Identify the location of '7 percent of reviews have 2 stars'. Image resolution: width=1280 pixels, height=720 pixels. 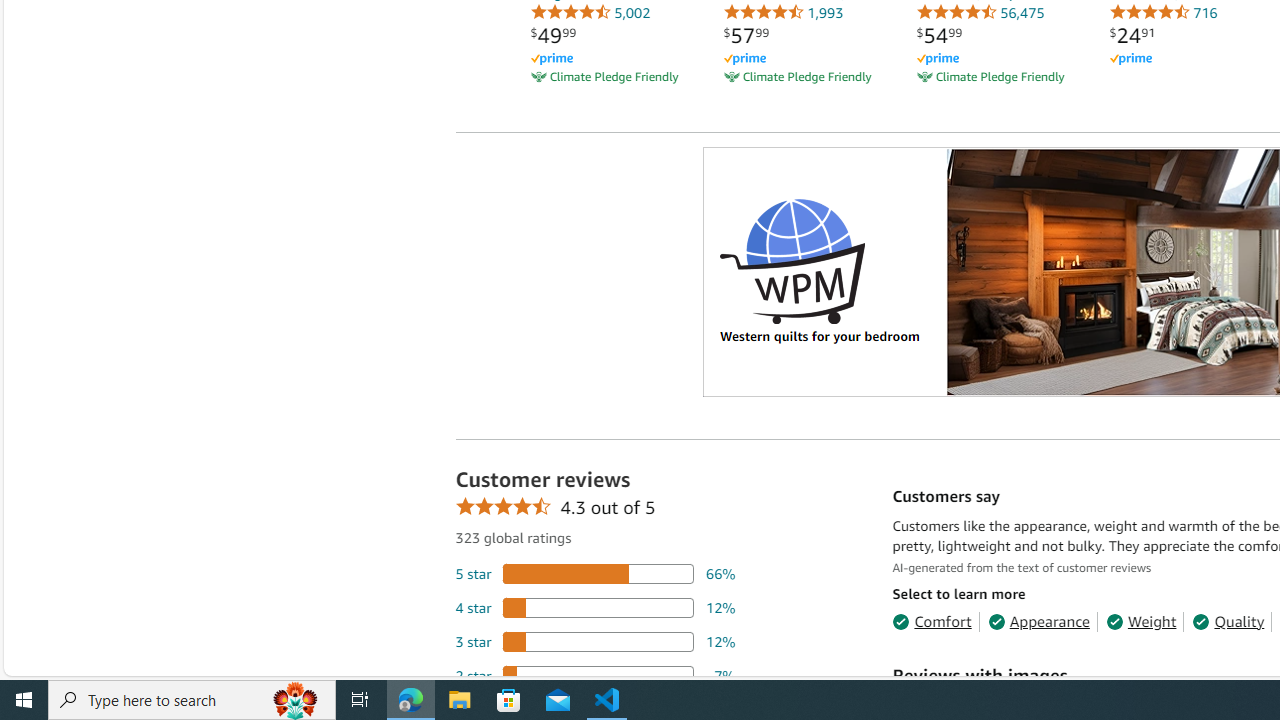
(594, 675).